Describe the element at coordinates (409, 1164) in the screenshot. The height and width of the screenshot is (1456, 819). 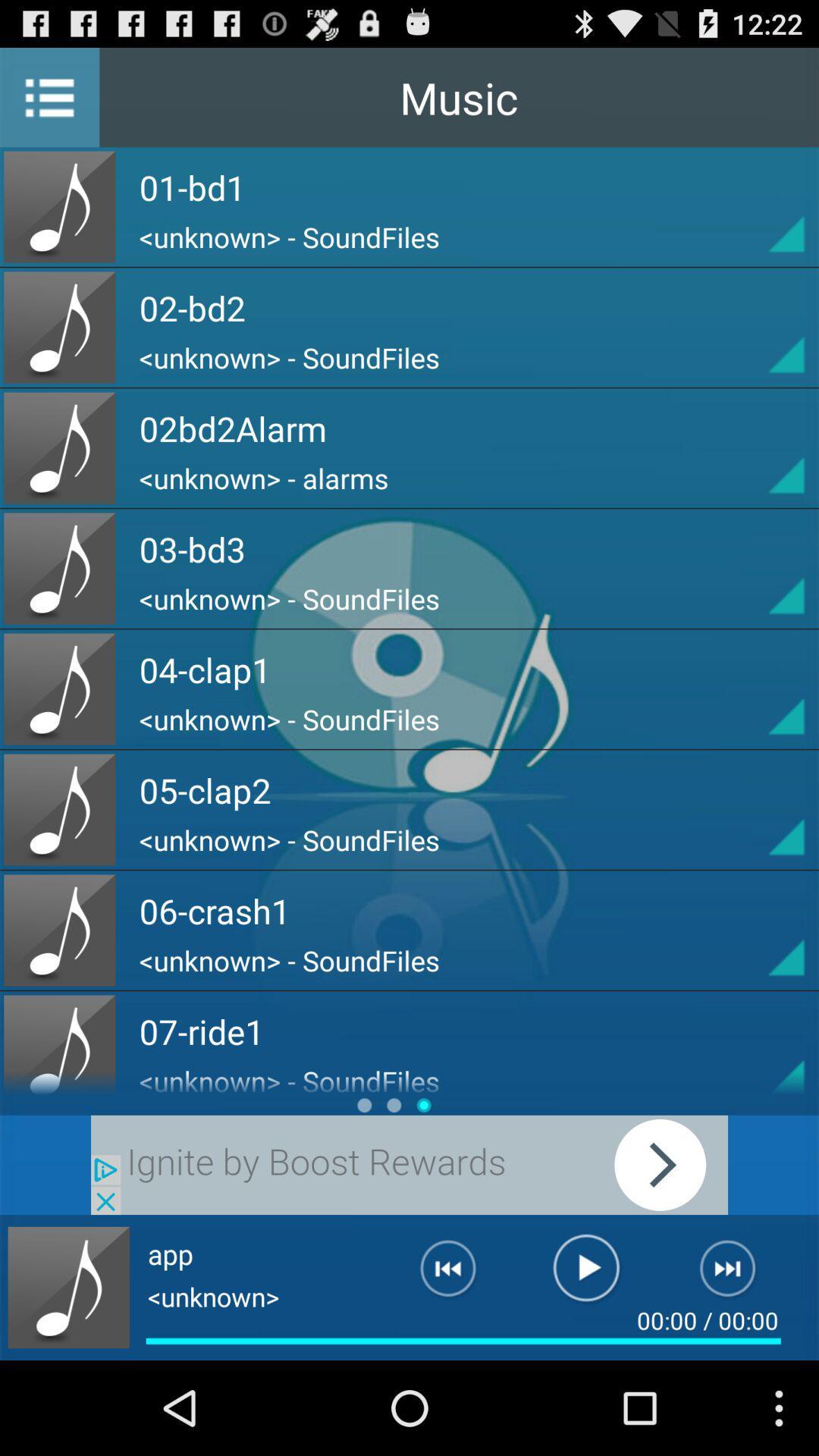
I see `play` at that location.